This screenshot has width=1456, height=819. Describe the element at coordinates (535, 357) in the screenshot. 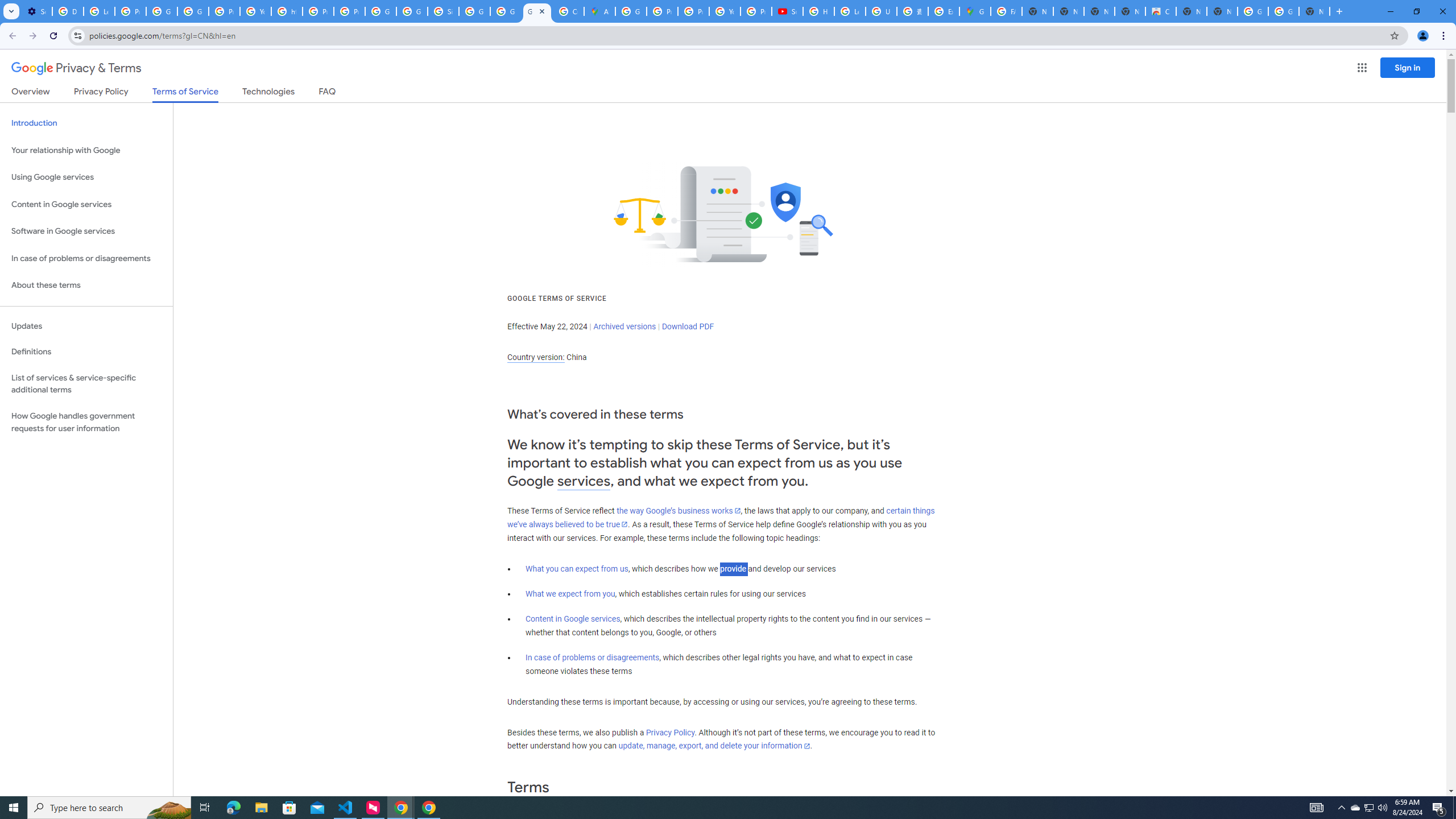

I see `'Country version:'` at that location.